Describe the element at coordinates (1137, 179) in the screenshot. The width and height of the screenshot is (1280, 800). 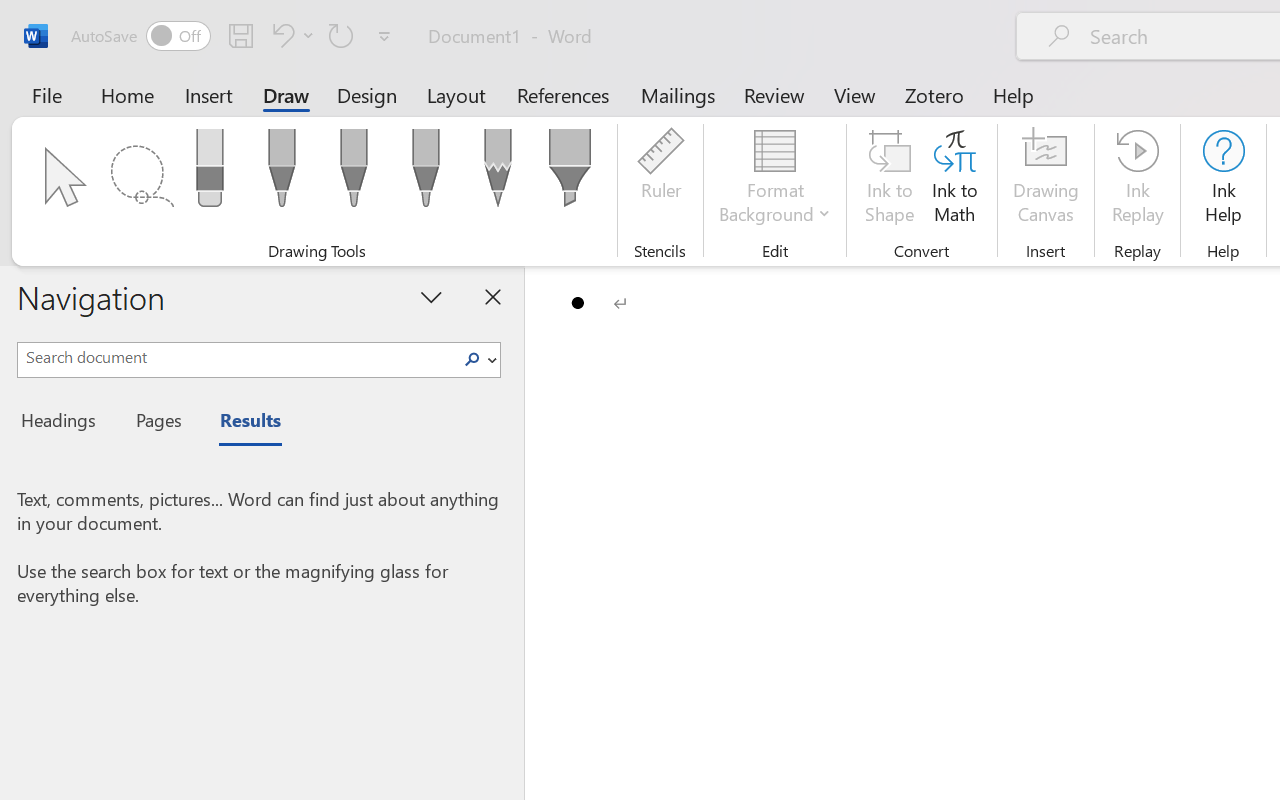
I see `'Ink Replay'` at that location.